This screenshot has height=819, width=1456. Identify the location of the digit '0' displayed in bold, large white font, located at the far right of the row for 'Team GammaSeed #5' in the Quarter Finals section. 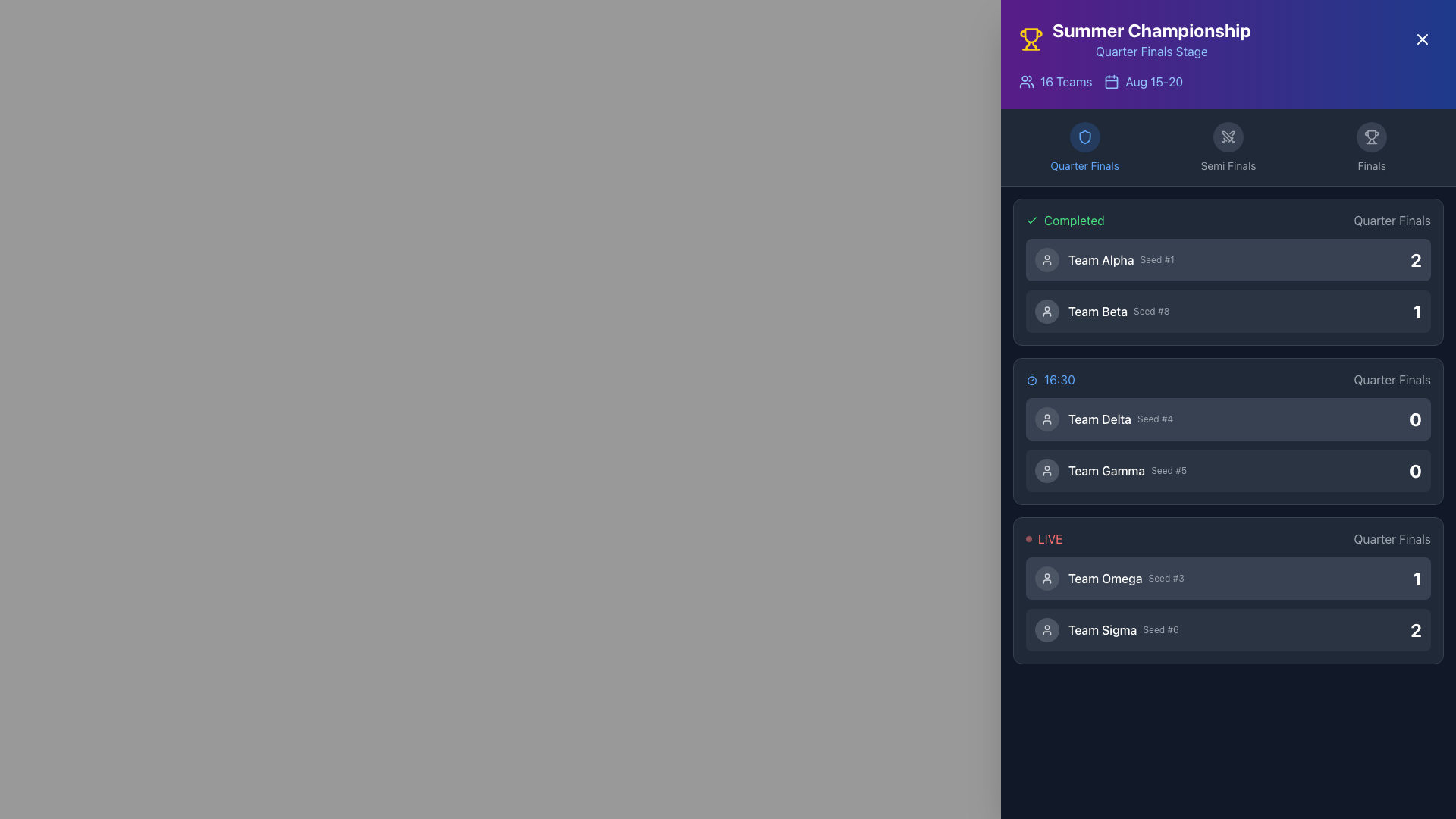
(1415, 470).